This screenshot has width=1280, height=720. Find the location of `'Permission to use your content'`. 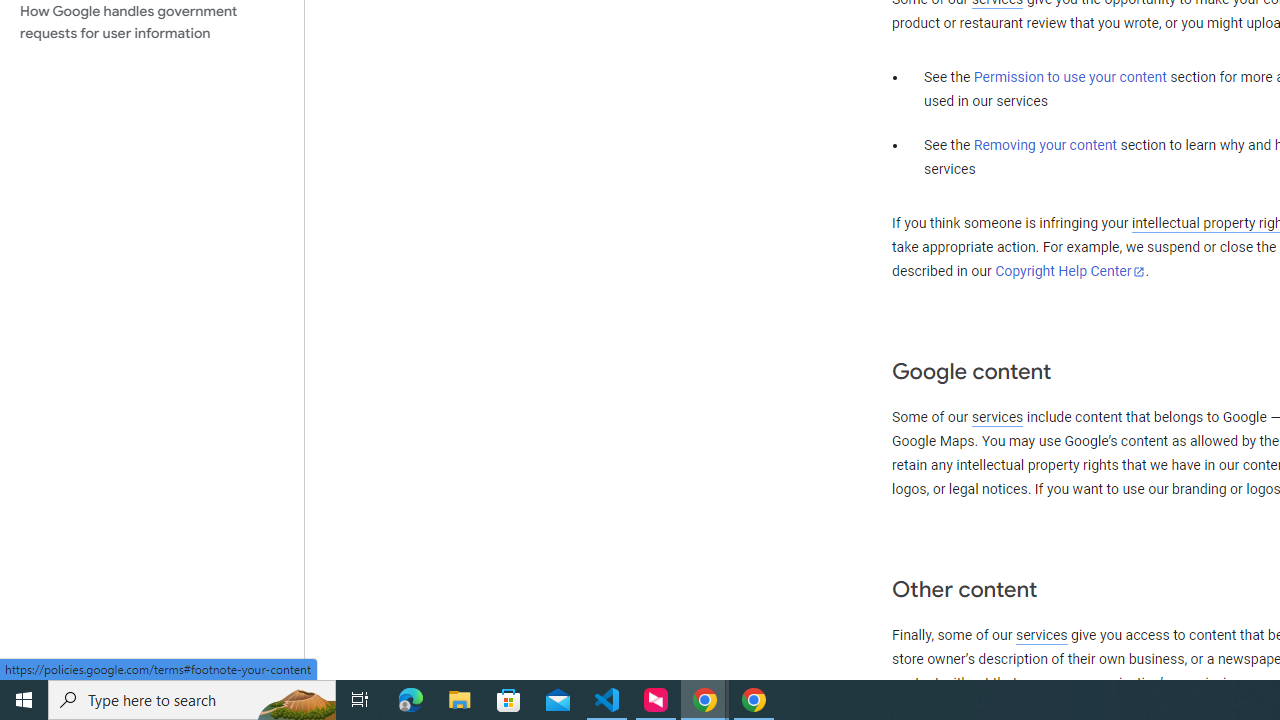

'Permission to use your content' is located at coordinates (1069, 77).